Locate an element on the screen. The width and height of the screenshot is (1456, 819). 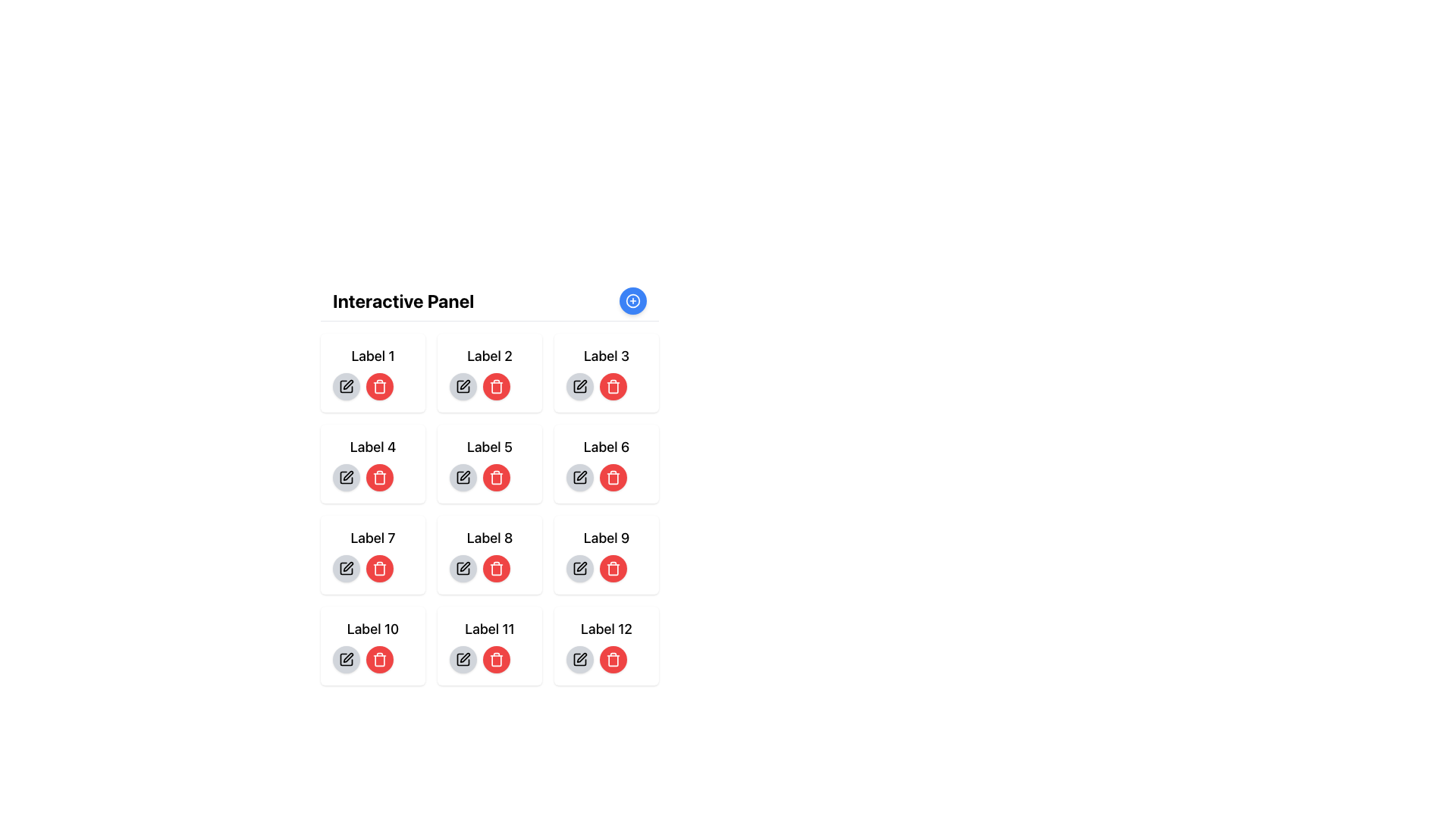
the circular red button with a white trash can icon, located in the 'Label 8' panel is located at coordinates (496, 568).